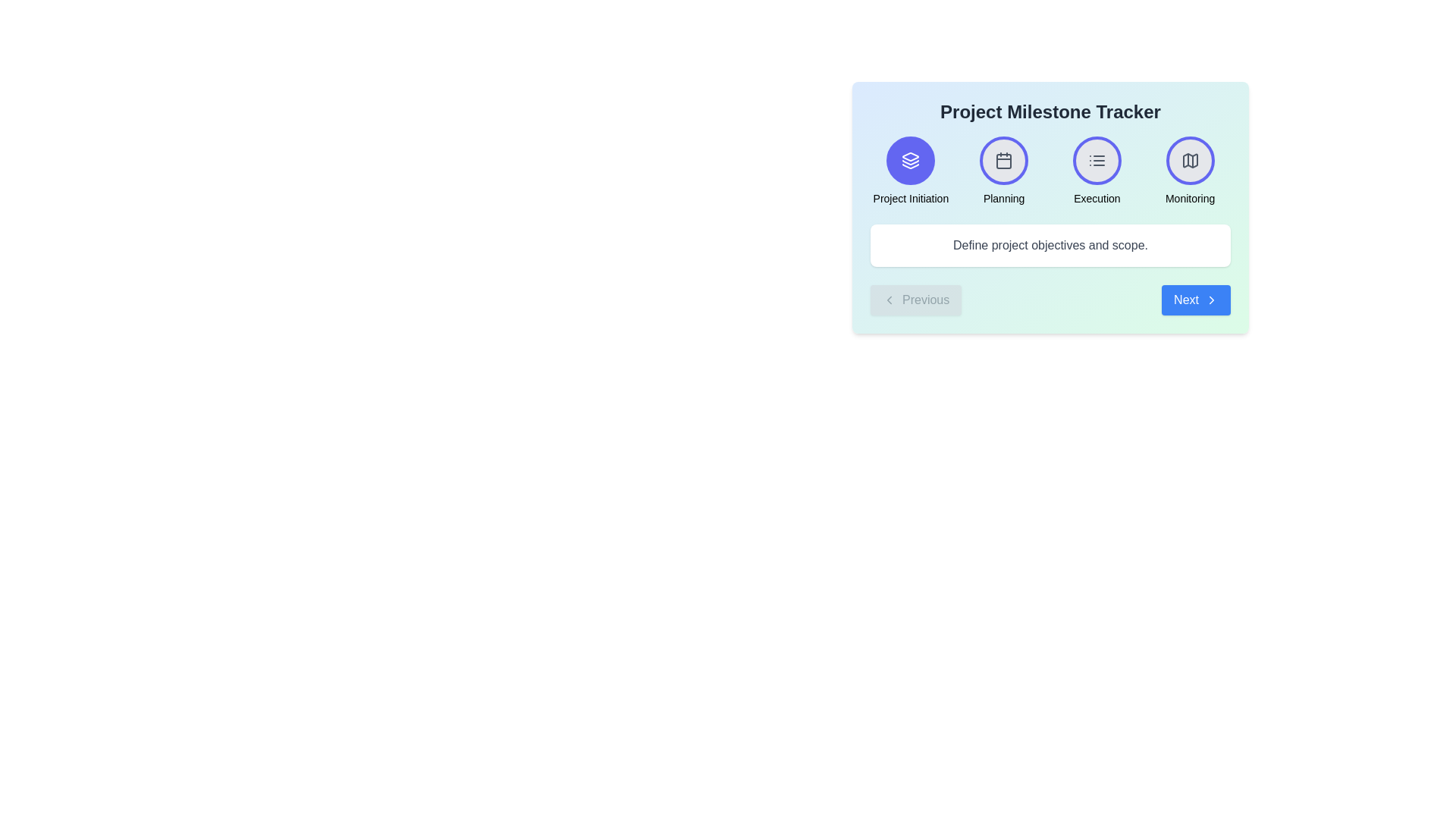  What do you see at coordinates (889, 300) in the screenshot?
I see `the directional icon located within the left portion of the 'Previous' button at the bottom-left corner of the interface` at bounding box center [889, 300].